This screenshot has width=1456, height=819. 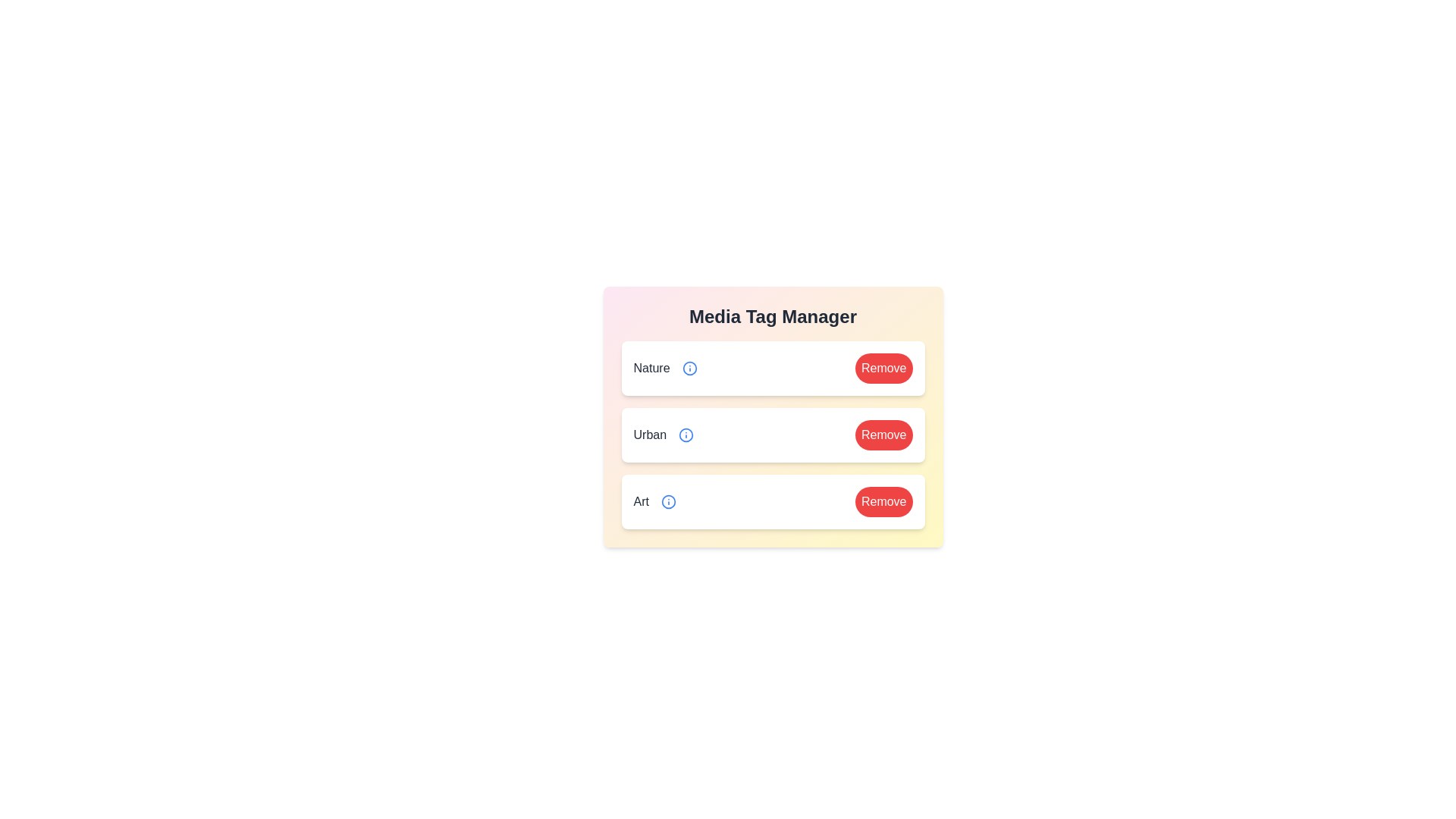 I want to click on 'Remove' button for the tag Nature, so click(x=883, y=369).